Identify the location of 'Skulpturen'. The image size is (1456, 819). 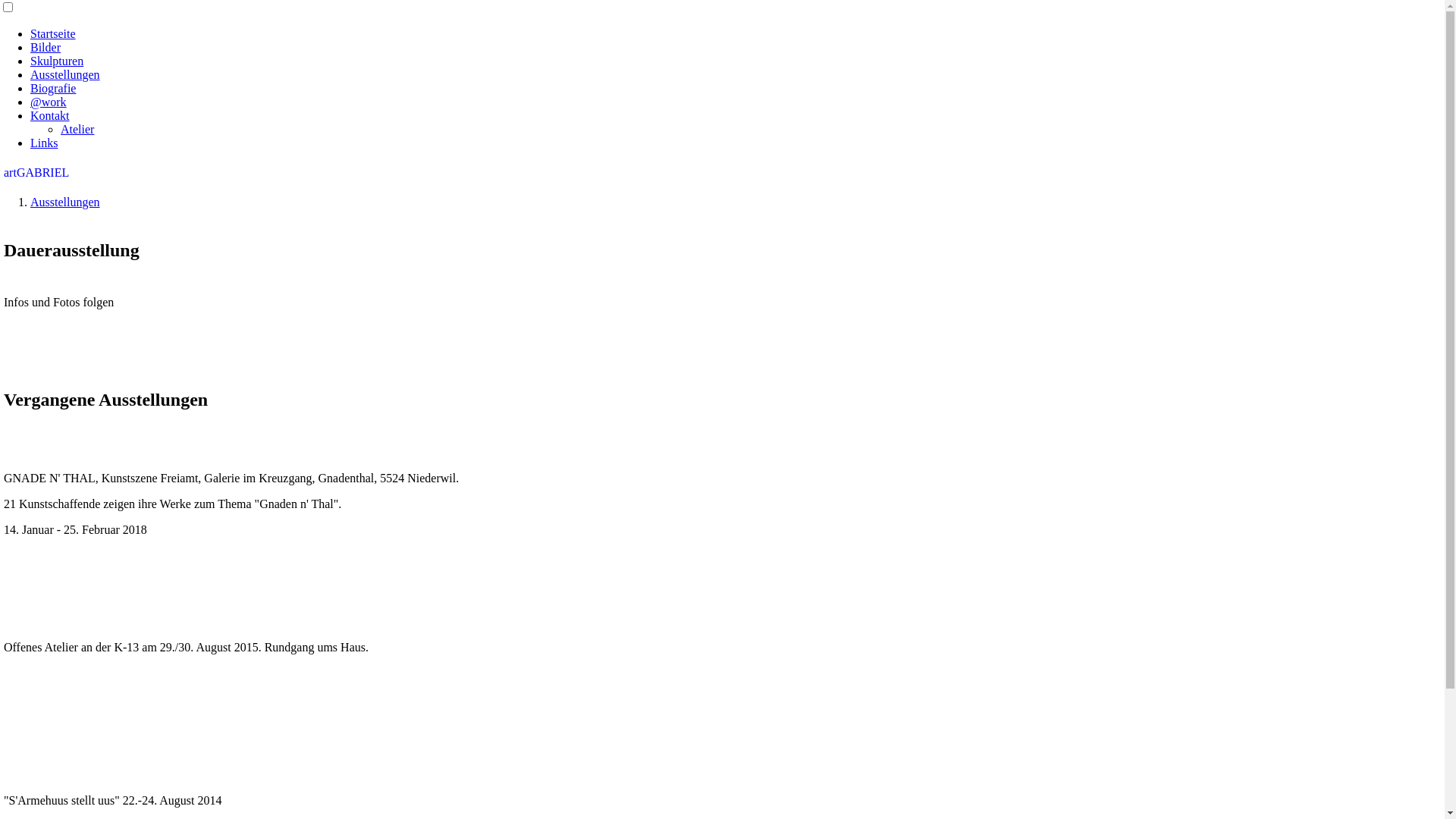
(57, 60).